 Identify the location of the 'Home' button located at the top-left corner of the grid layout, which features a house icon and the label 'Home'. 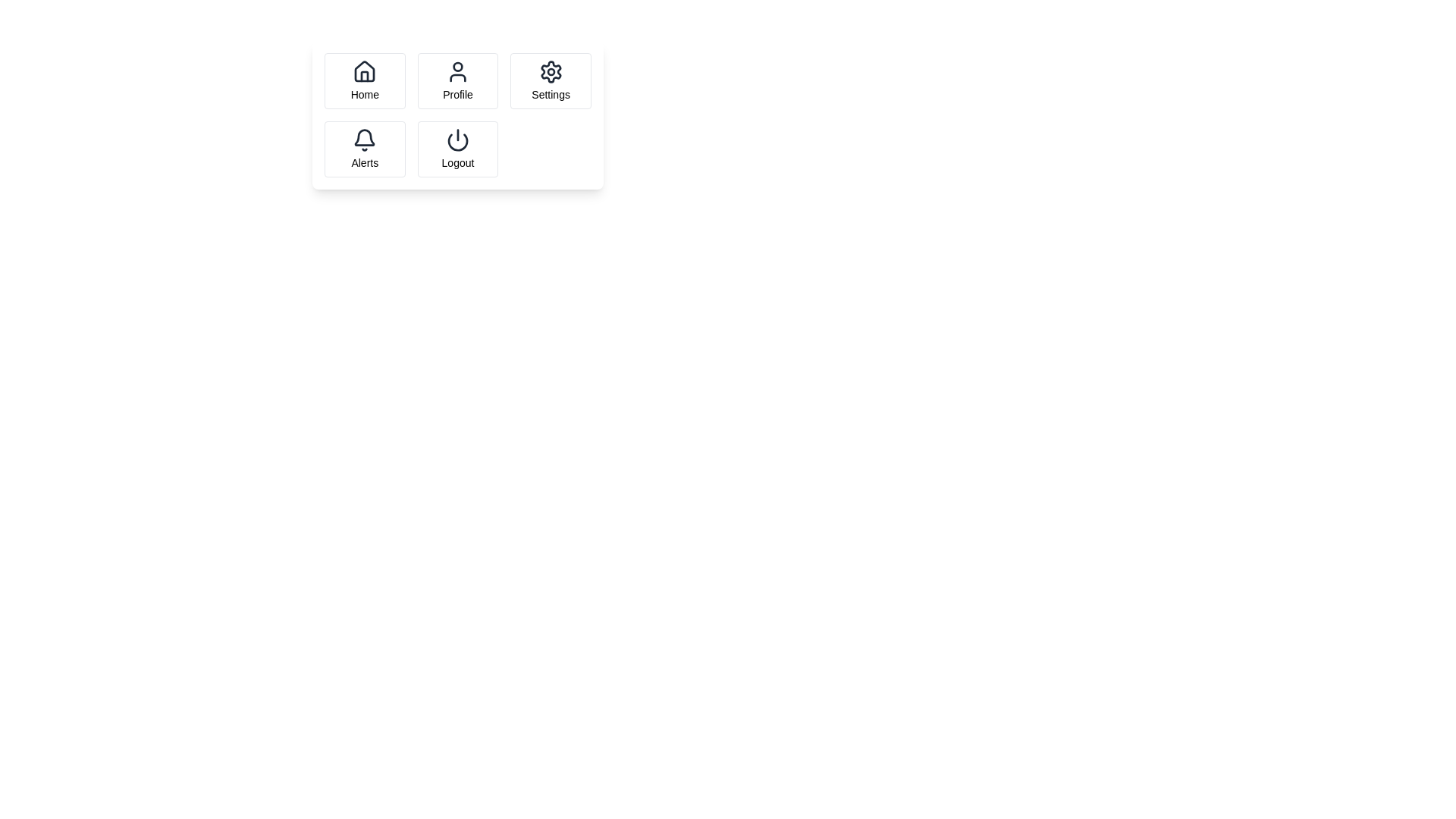
(365, 81).